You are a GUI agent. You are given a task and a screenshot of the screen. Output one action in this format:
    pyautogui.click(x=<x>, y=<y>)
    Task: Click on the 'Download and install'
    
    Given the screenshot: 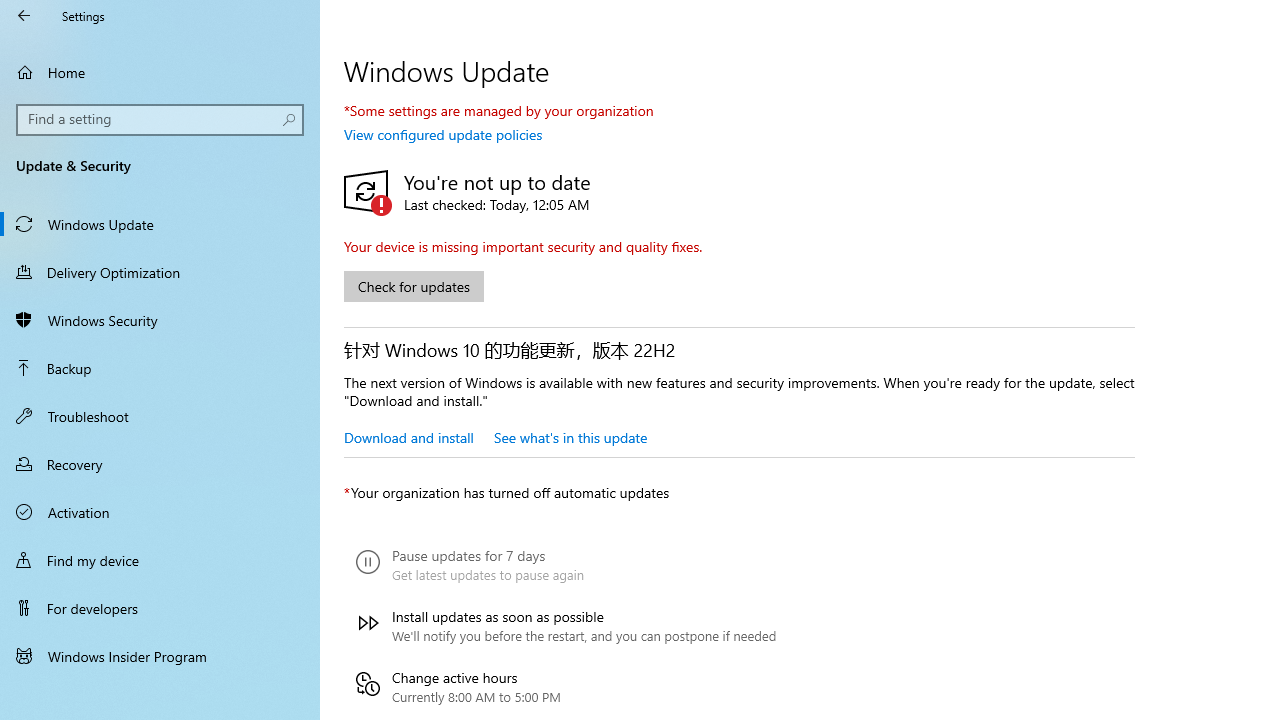 What is the action you would take?
    pyautogui.click(x=407, y=436)
    